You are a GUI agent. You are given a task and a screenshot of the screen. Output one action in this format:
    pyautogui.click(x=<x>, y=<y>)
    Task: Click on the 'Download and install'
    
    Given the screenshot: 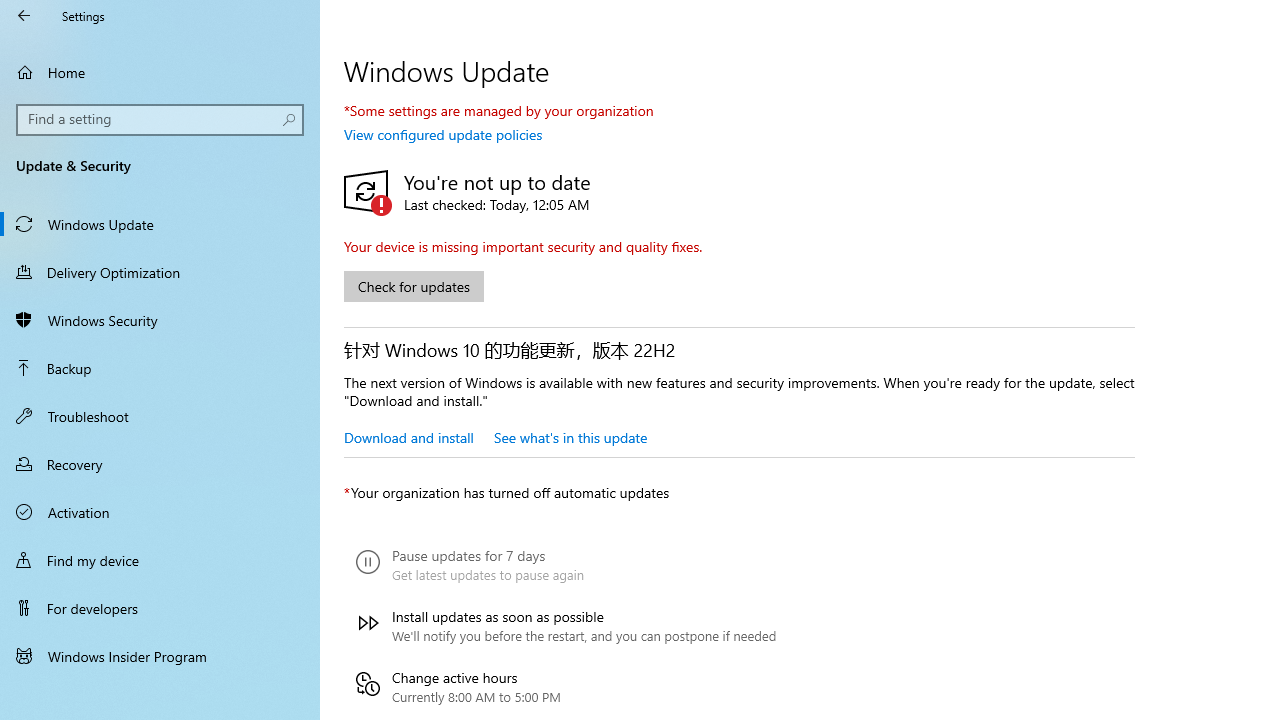 What is the action you would take?
    pyautogui.click(x=407, y=436)
    